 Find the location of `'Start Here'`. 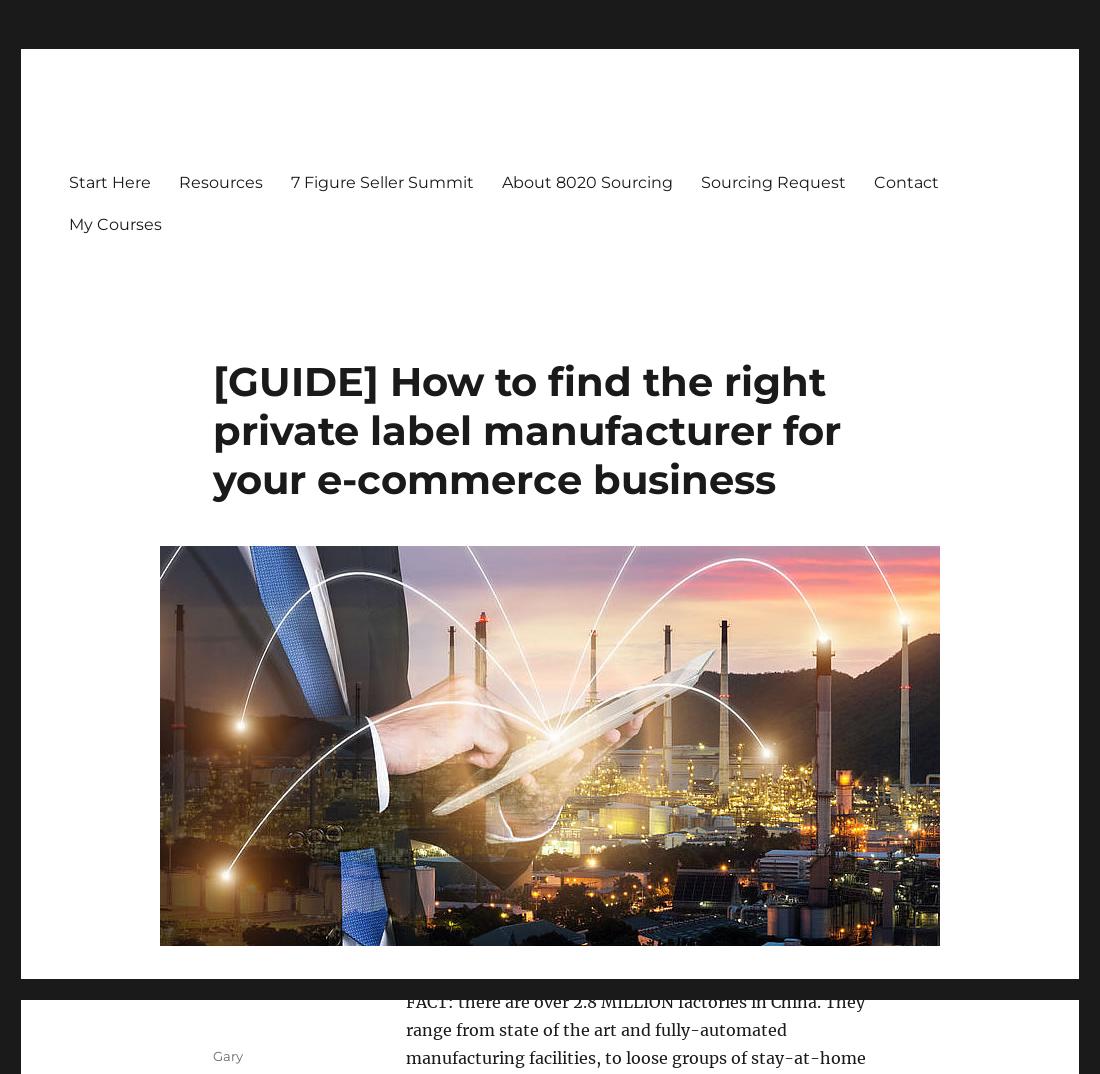

'Start Here' is located at coordinates (110, 181).